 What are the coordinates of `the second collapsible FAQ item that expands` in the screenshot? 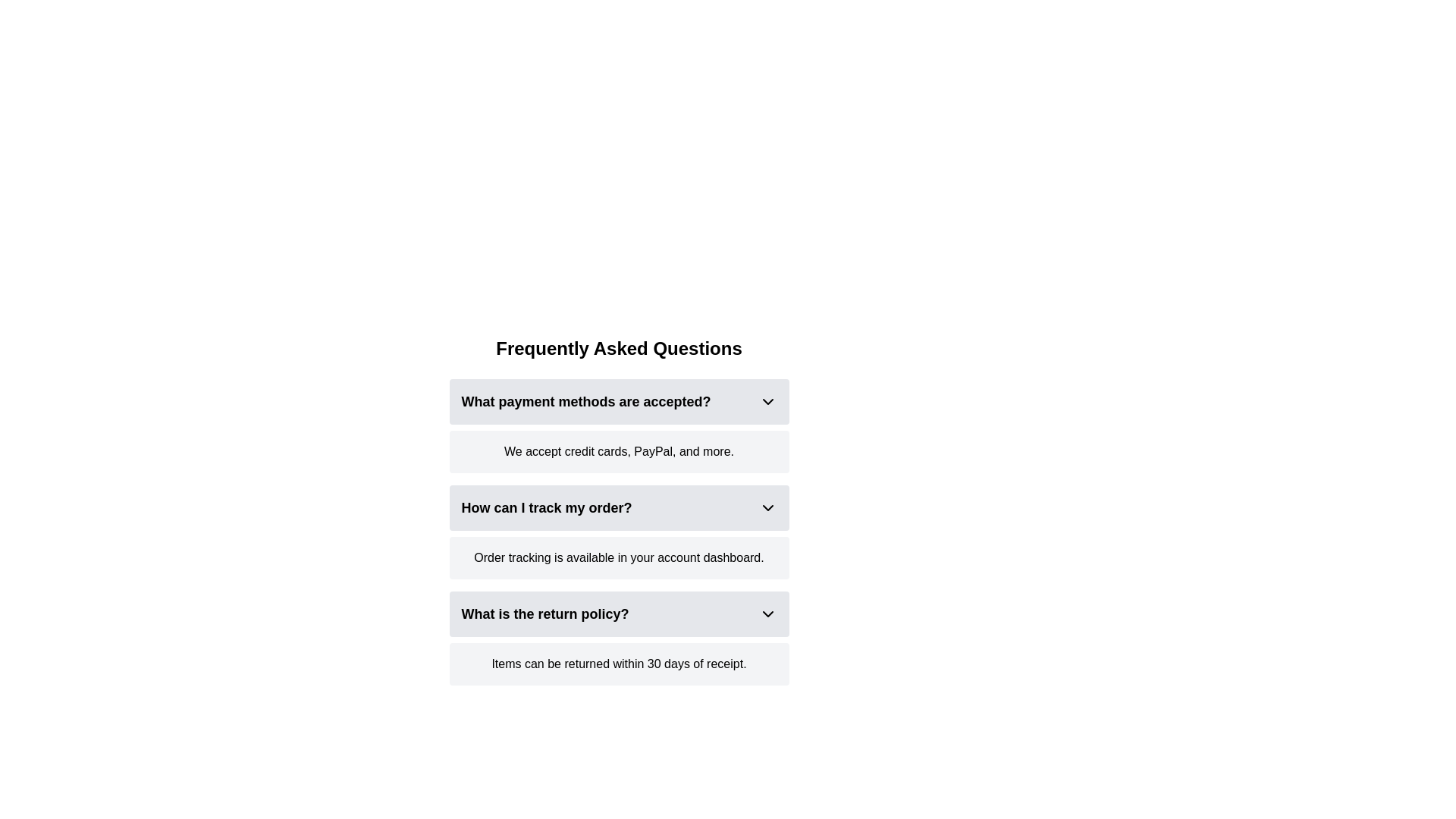 It's located at (619, 508).